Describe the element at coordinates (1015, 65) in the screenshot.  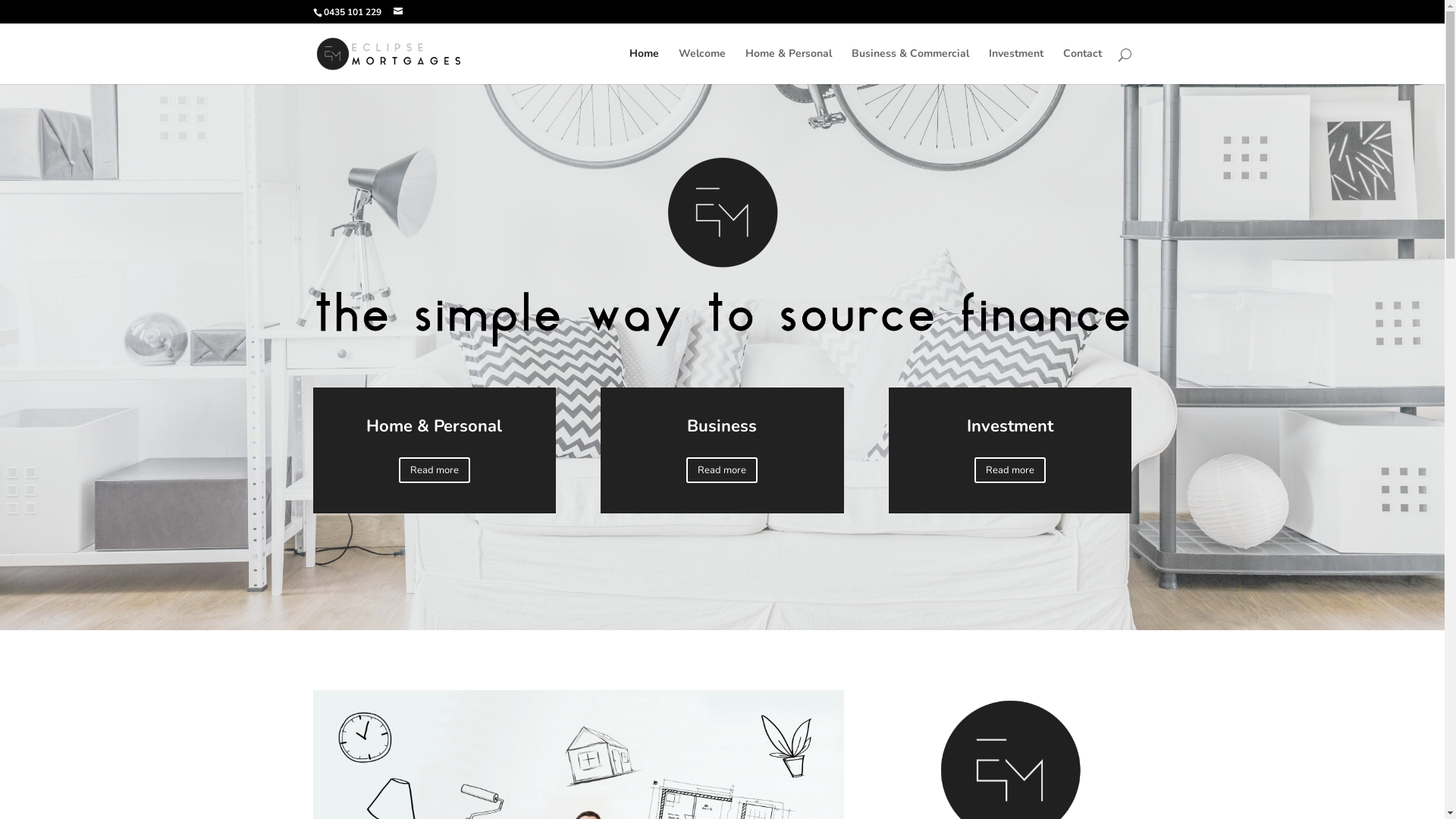
I see `'Investment'` at that location.